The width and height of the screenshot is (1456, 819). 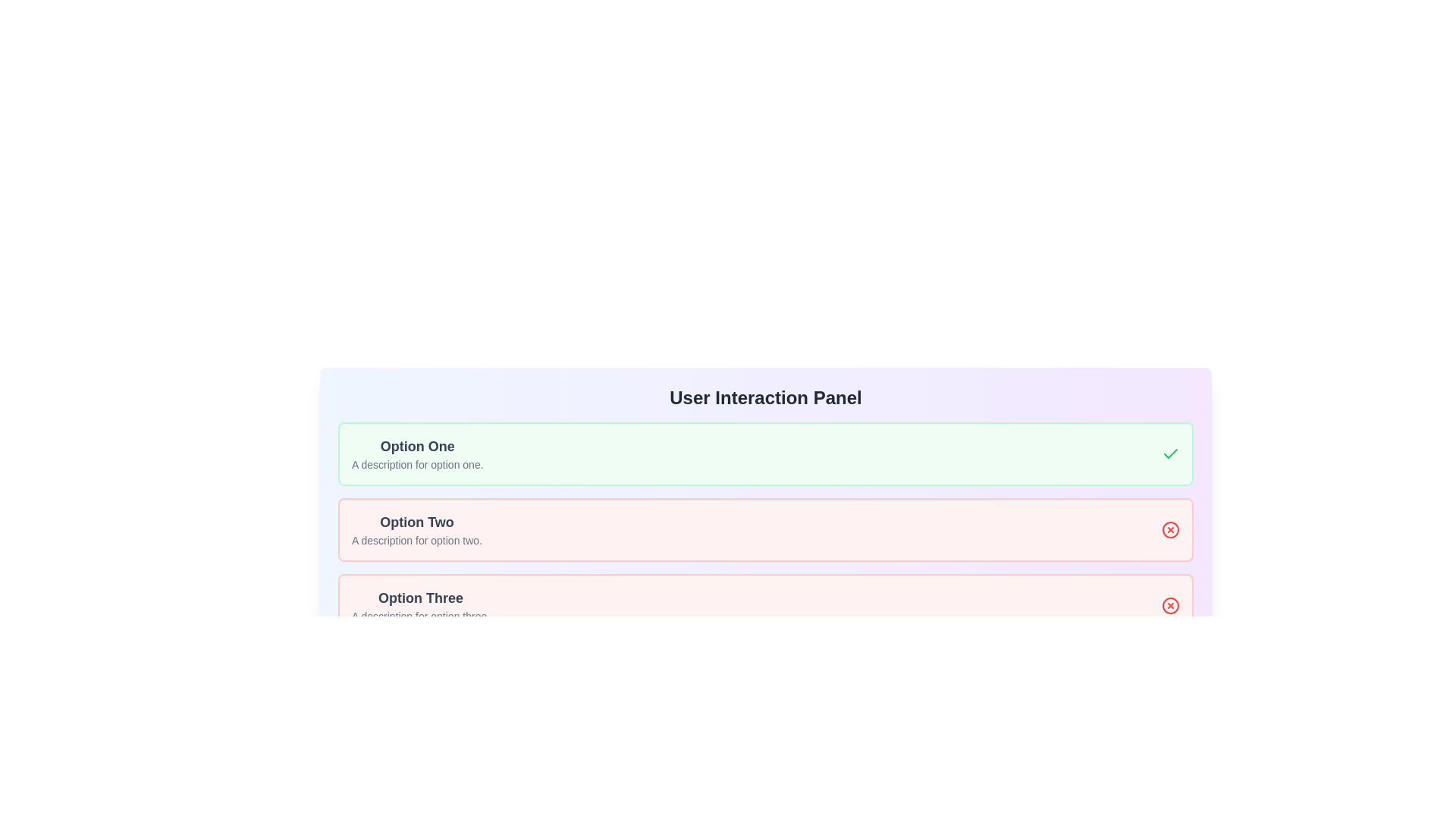 What do you see at coordinates (421, 617) in the screenshot?
I see `the Text Label that provides additional details for 'Option Three', located below its title in the vertical list interface` at bounding box center [421, 617].